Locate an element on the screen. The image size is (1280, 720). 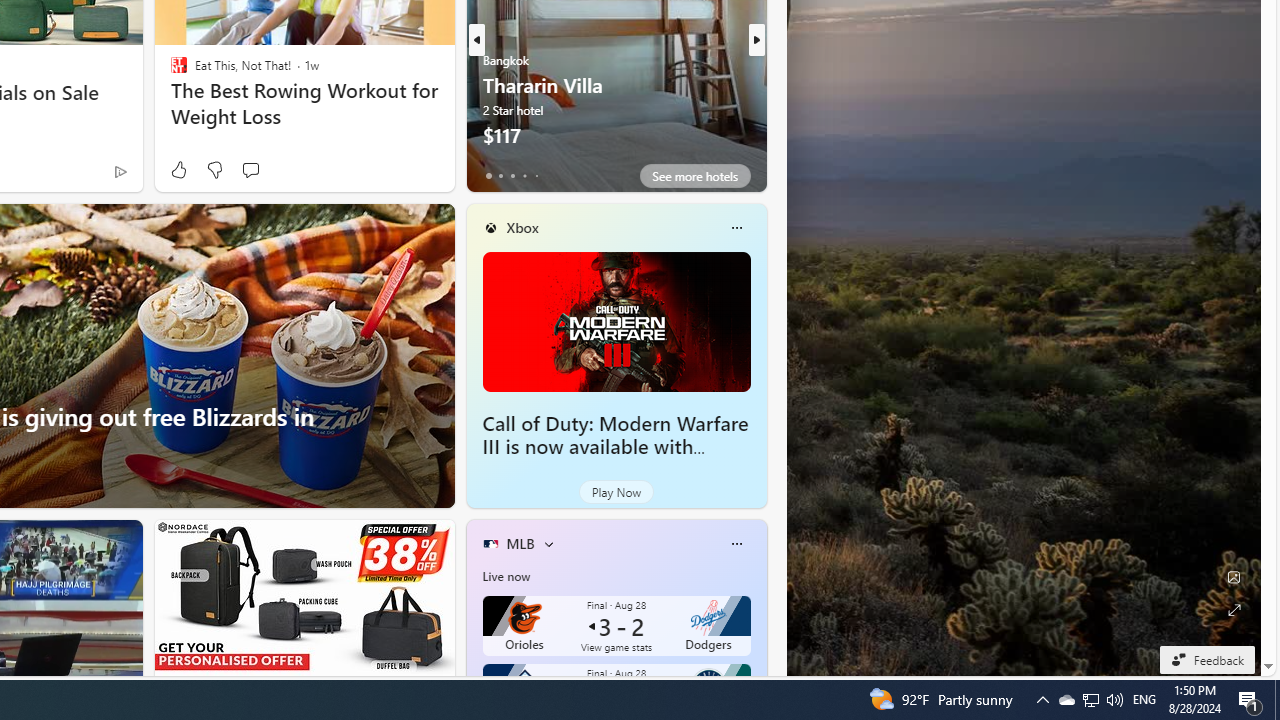
'tab-1' is located at coordinates (500, 175).